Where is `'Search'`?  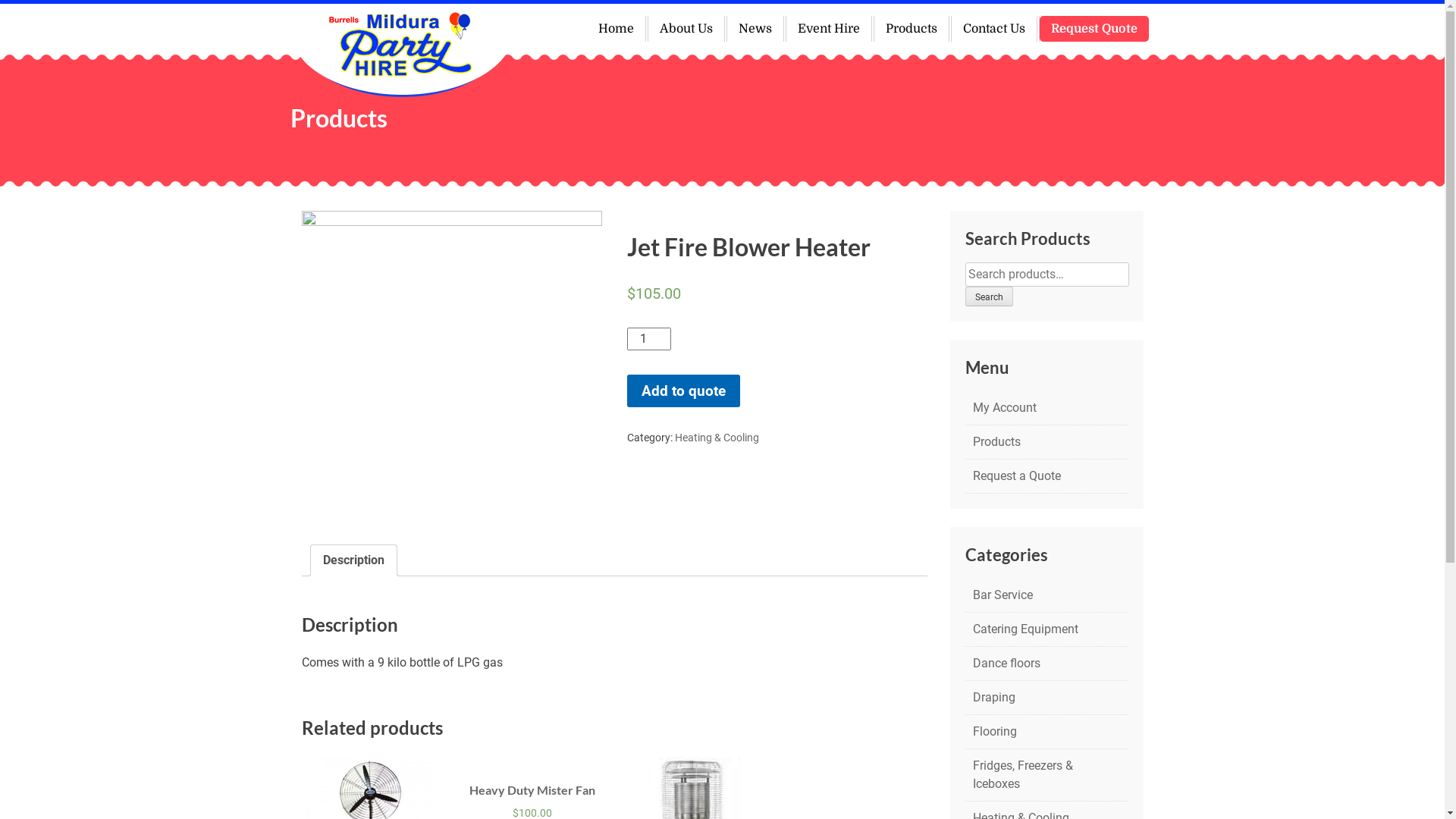
'Search' is located at coordinates (988, 296).